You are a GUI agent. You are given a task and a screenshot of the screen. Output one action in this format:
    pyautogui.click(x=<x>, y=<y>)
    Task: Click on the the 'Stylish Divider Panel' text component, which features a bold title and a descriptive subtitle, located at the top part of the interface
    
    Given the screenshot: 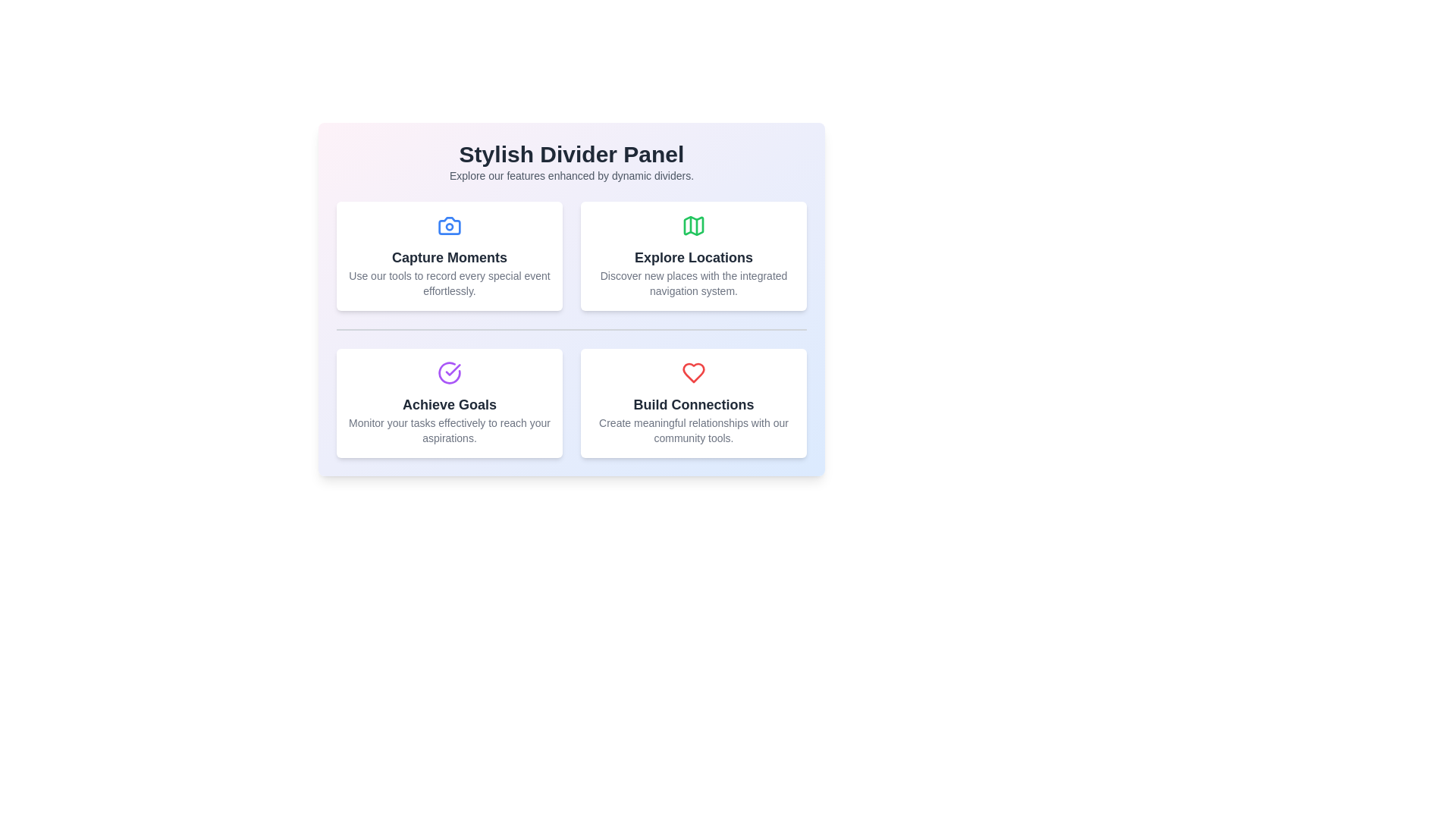 What is the action you would take?
    pyautogui.click(x=570, y=162)
    